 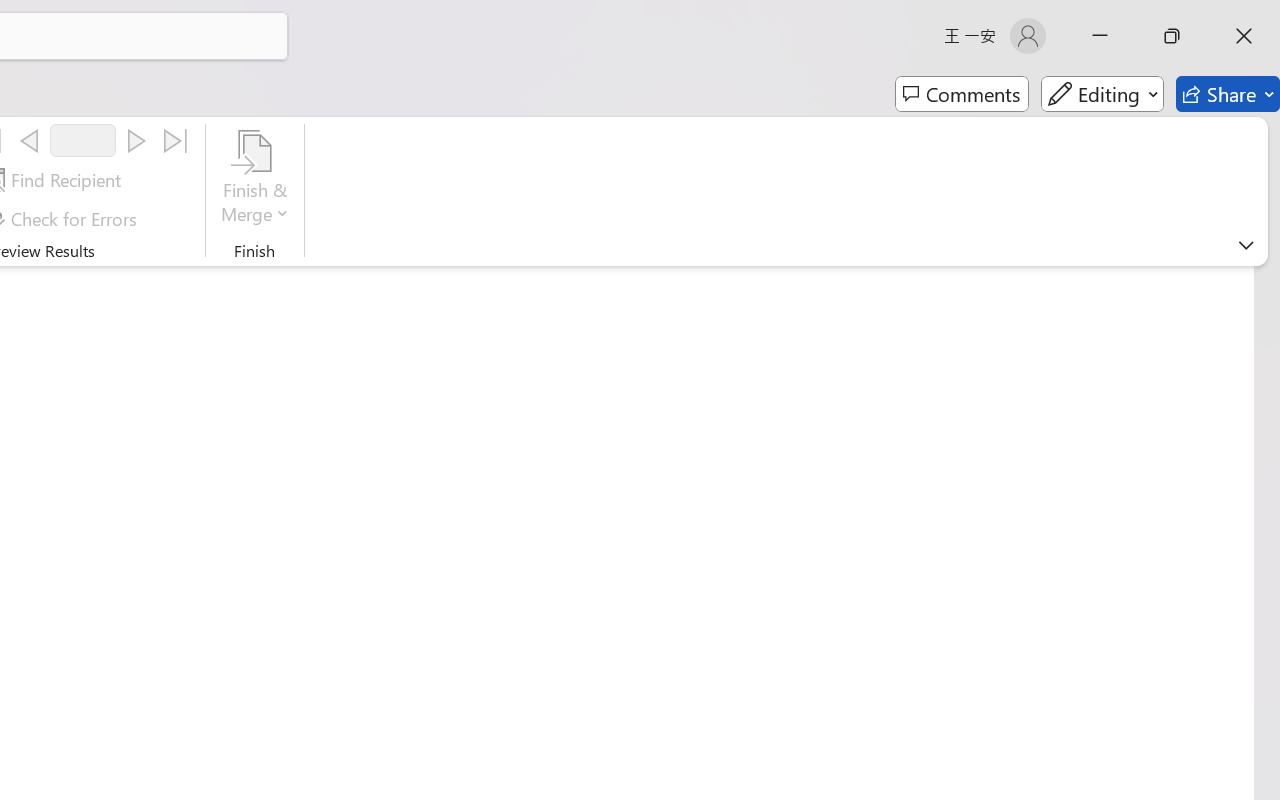 What do you see at coordinates (1243, 35) in the screenshot?
I see `'Close'` at bounding box center [1243, 35].